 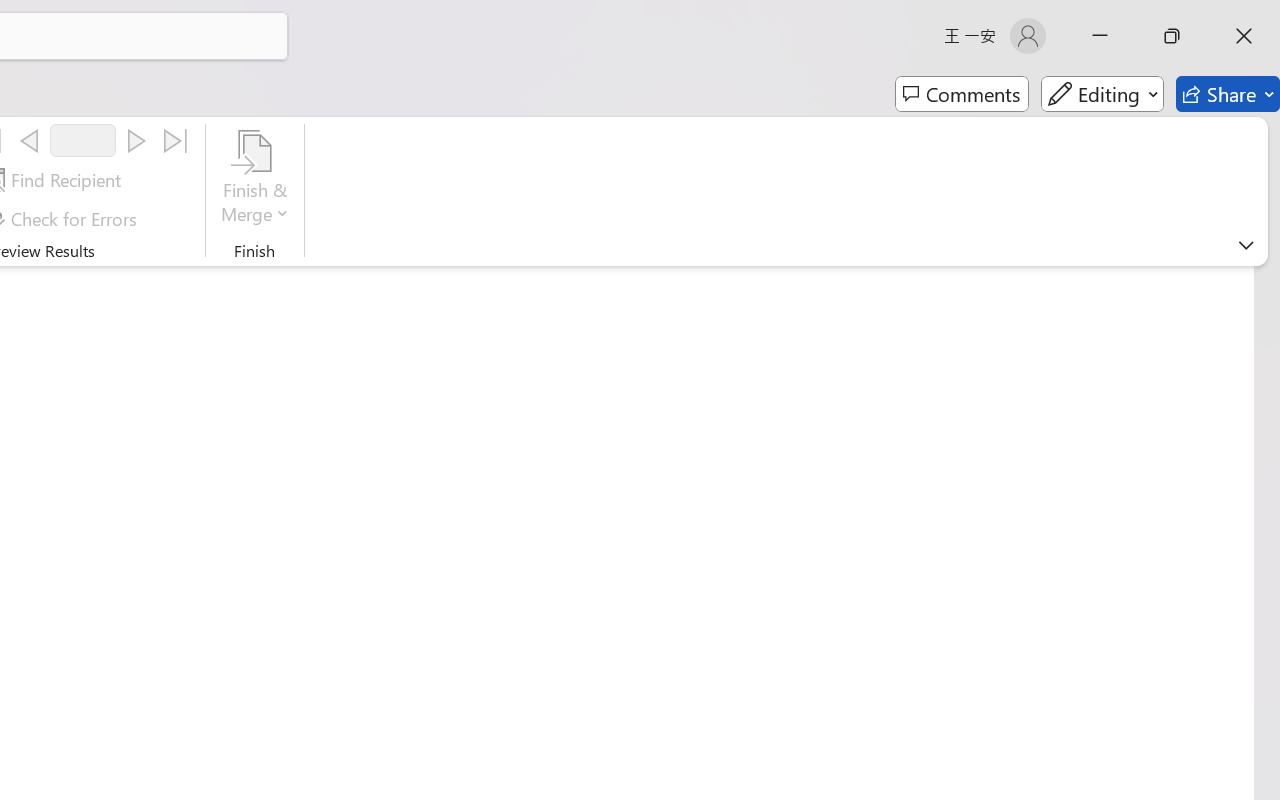 What do you see at coordinates (1243, 35) in the screenshot?
I see `'Close'` at bounding box center [1243, 35].